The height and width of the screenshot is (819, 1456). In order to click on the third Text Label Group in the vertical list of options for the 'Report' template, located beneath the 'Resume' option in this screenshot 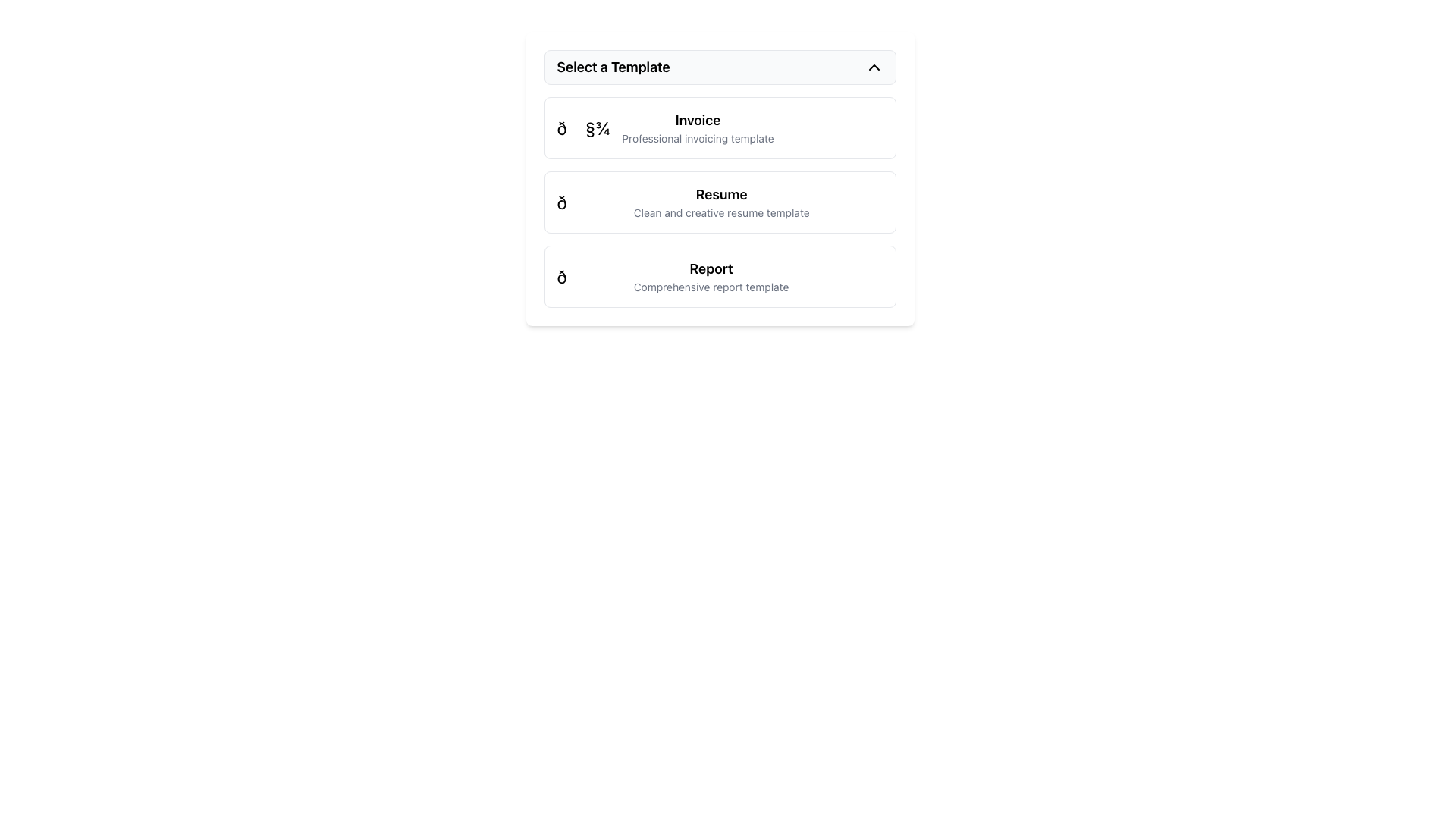, I will do `click(711, 277)`.